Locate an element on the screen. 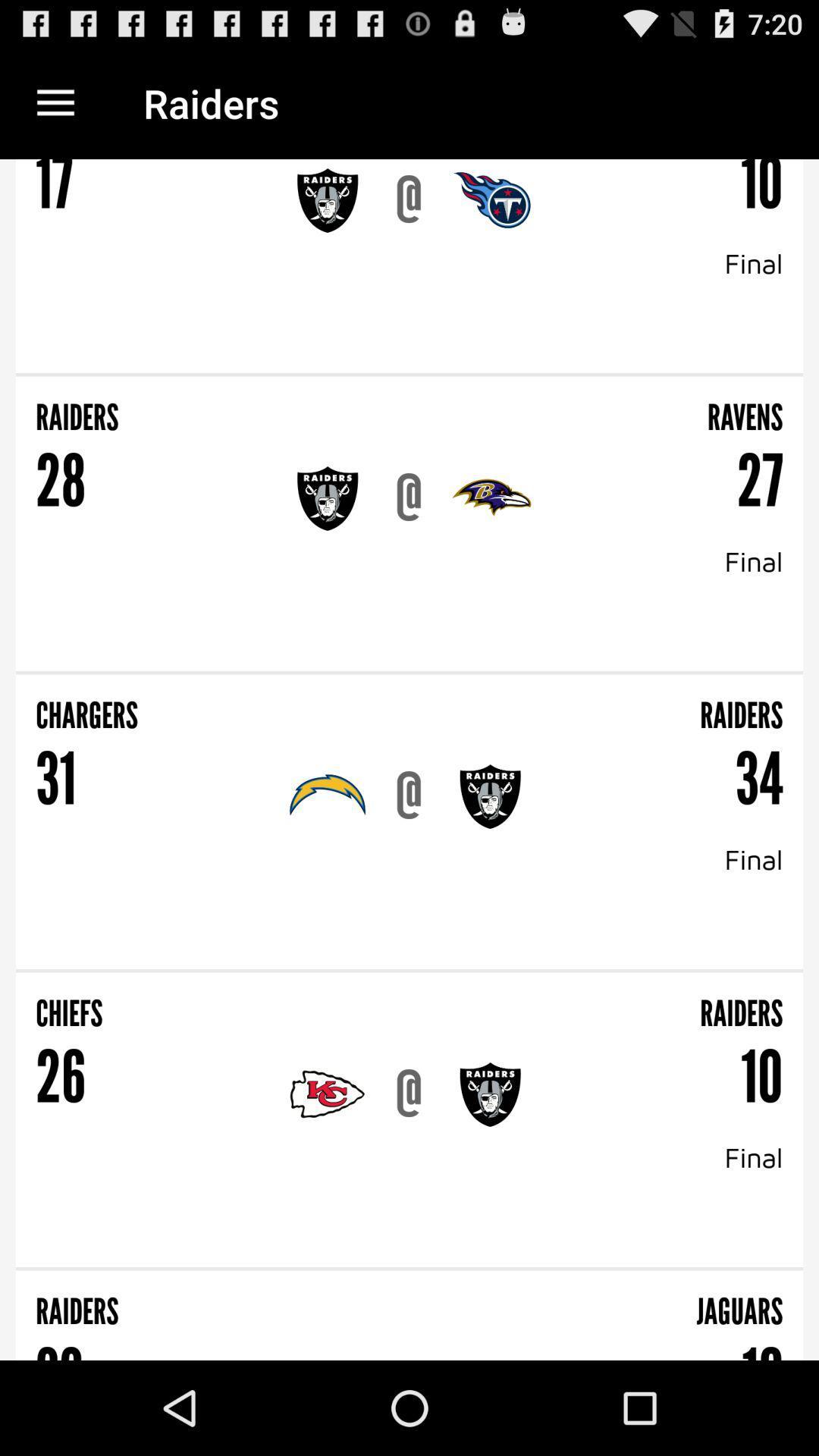 The height and width of the screenshot is (1456, 819). the item above chiefs is located at coordinates (409, 971).